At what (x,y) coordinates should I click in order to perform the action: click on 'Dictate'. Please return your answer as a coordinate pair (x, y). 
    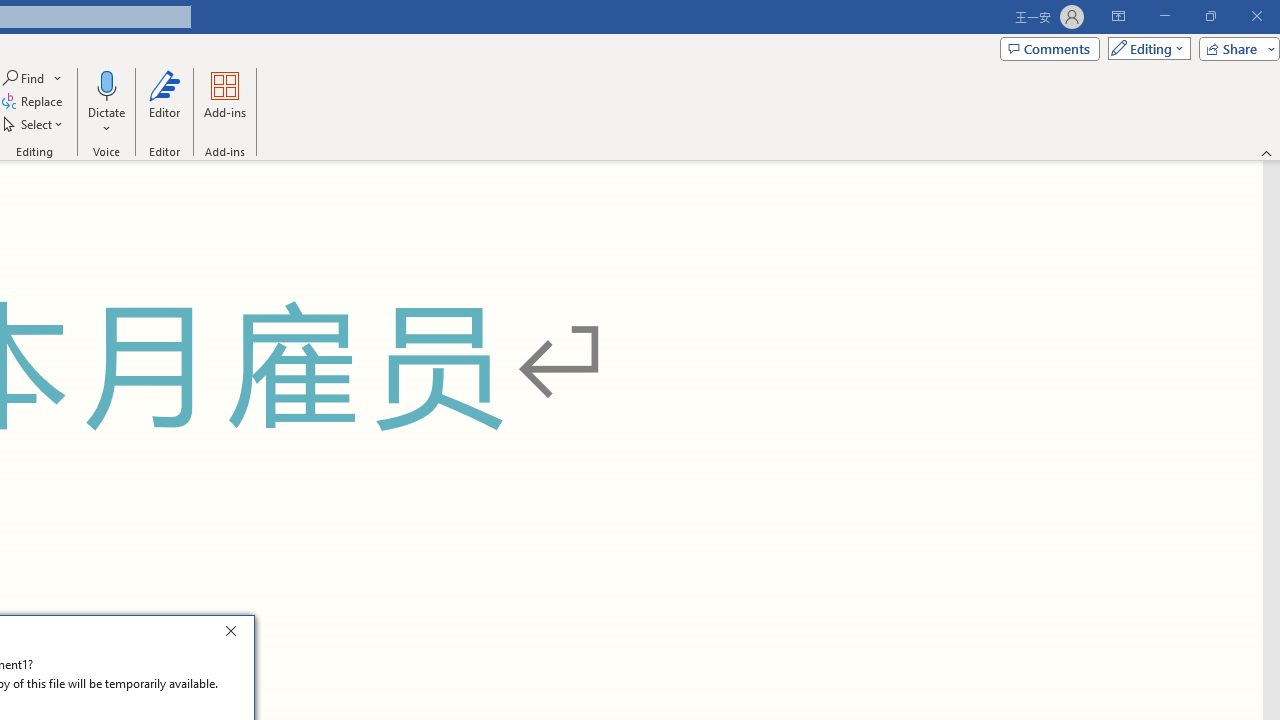
    Looking at the image, I should click on (105, 103).